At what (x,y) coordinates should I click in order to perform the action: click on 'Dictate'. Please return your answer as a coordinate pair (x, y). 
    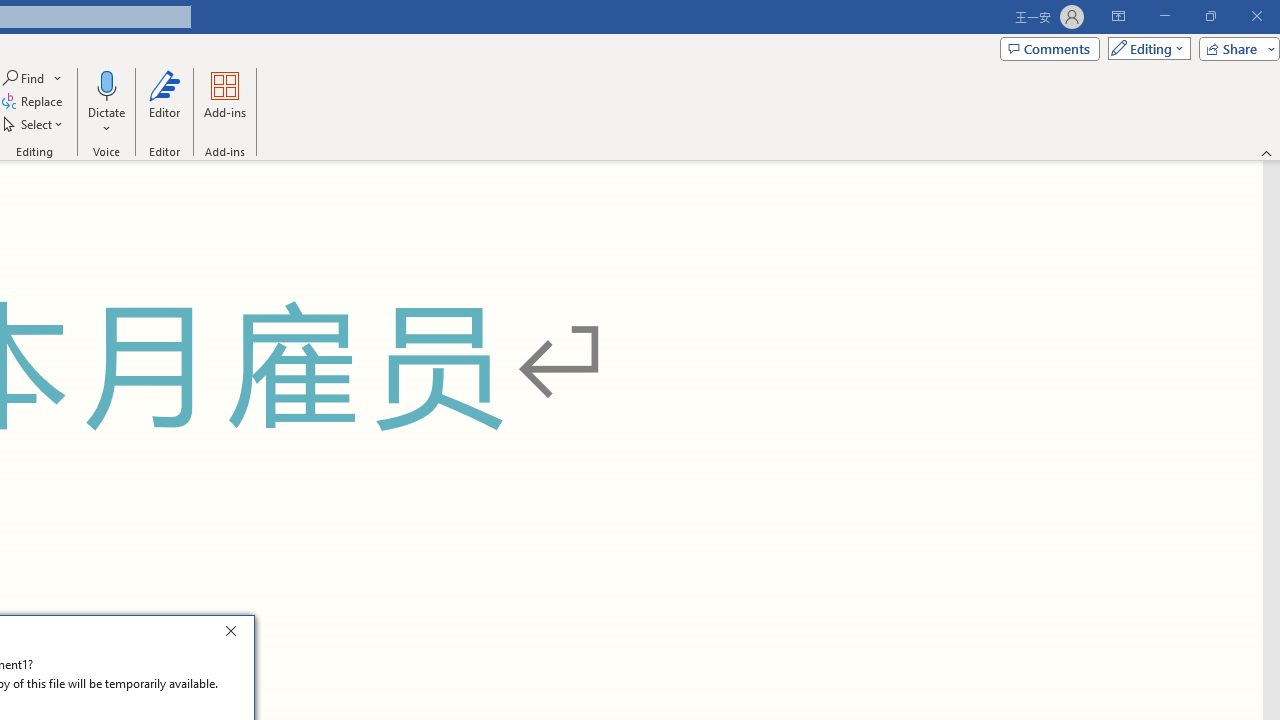
    Looking at the image, I should click on (105, 103).